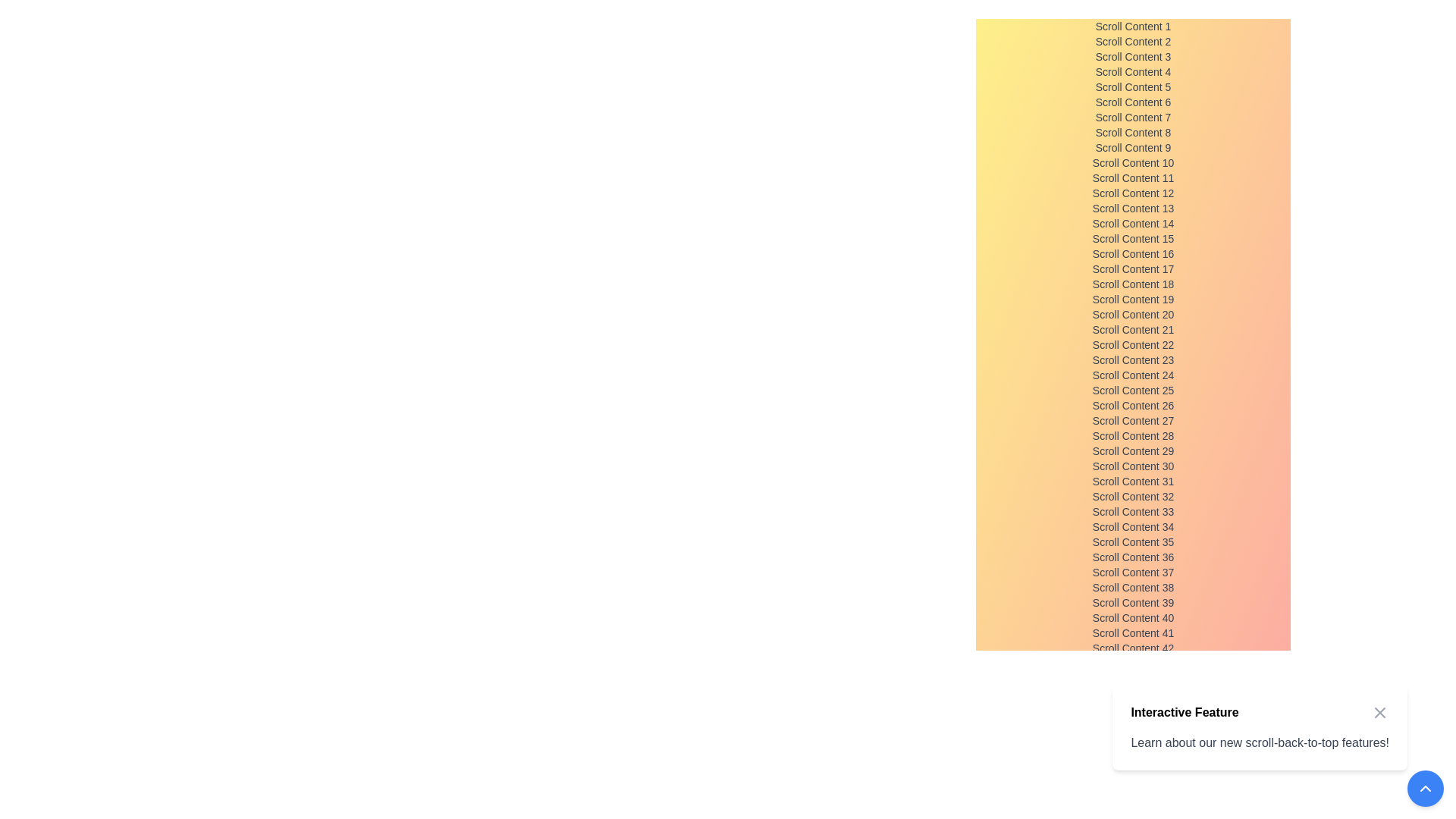 Image resolution: width=1456 pixels, height=819 pixels. What do you see at coordinates (1133, 87) in the screenshot?
I see `the non-interactive text label that indicates an item in the scrollable list, located as the fifth item between 'Scroll Content 4' and 'Scroll Content 6'` at bounding box center [1133, 87].